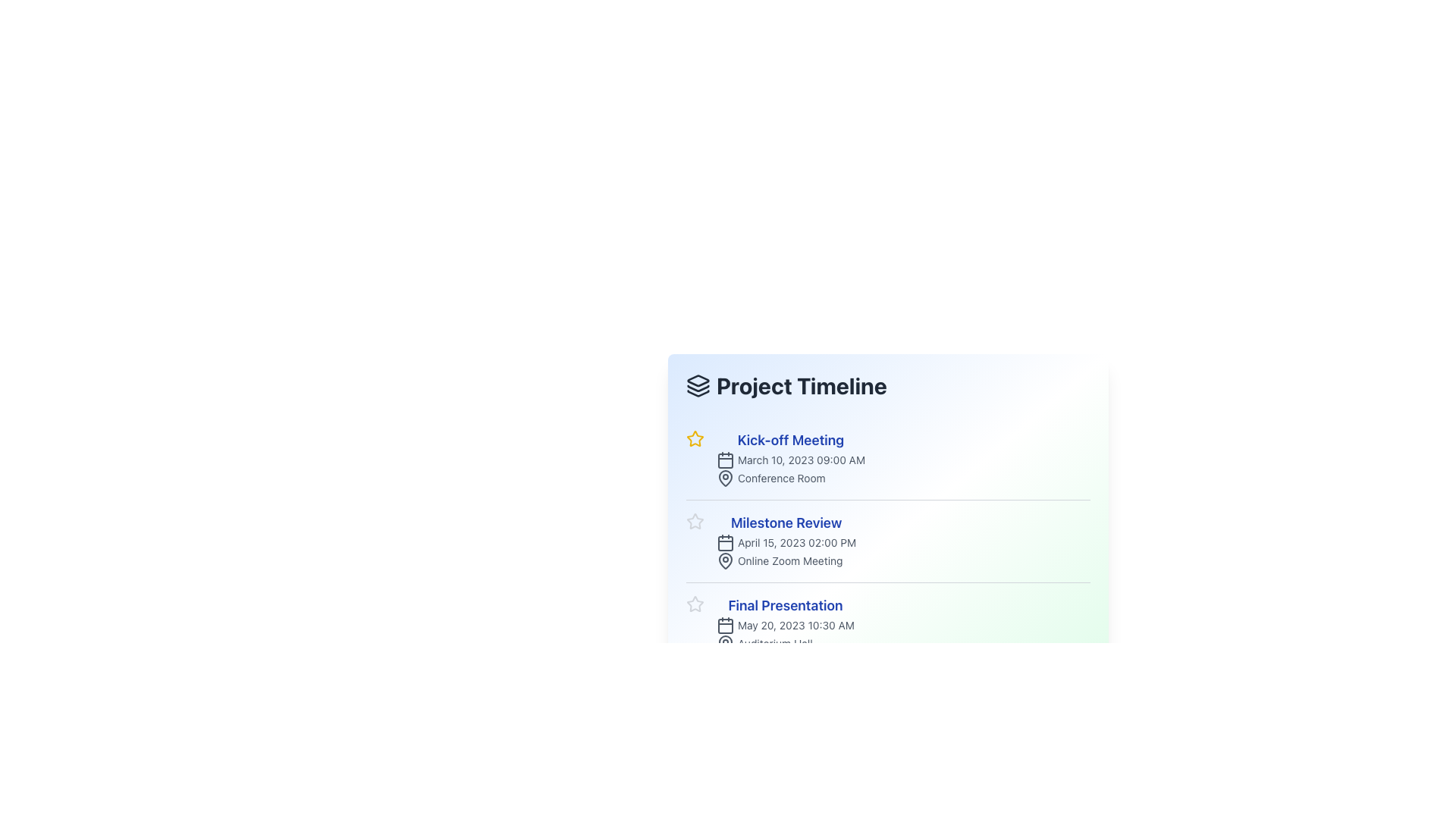 The height and width of the screenshot is (819, 1456). Describe the element at coordinates (694, 520) in the screenshot. I see `the star-shaped icon` at that location.